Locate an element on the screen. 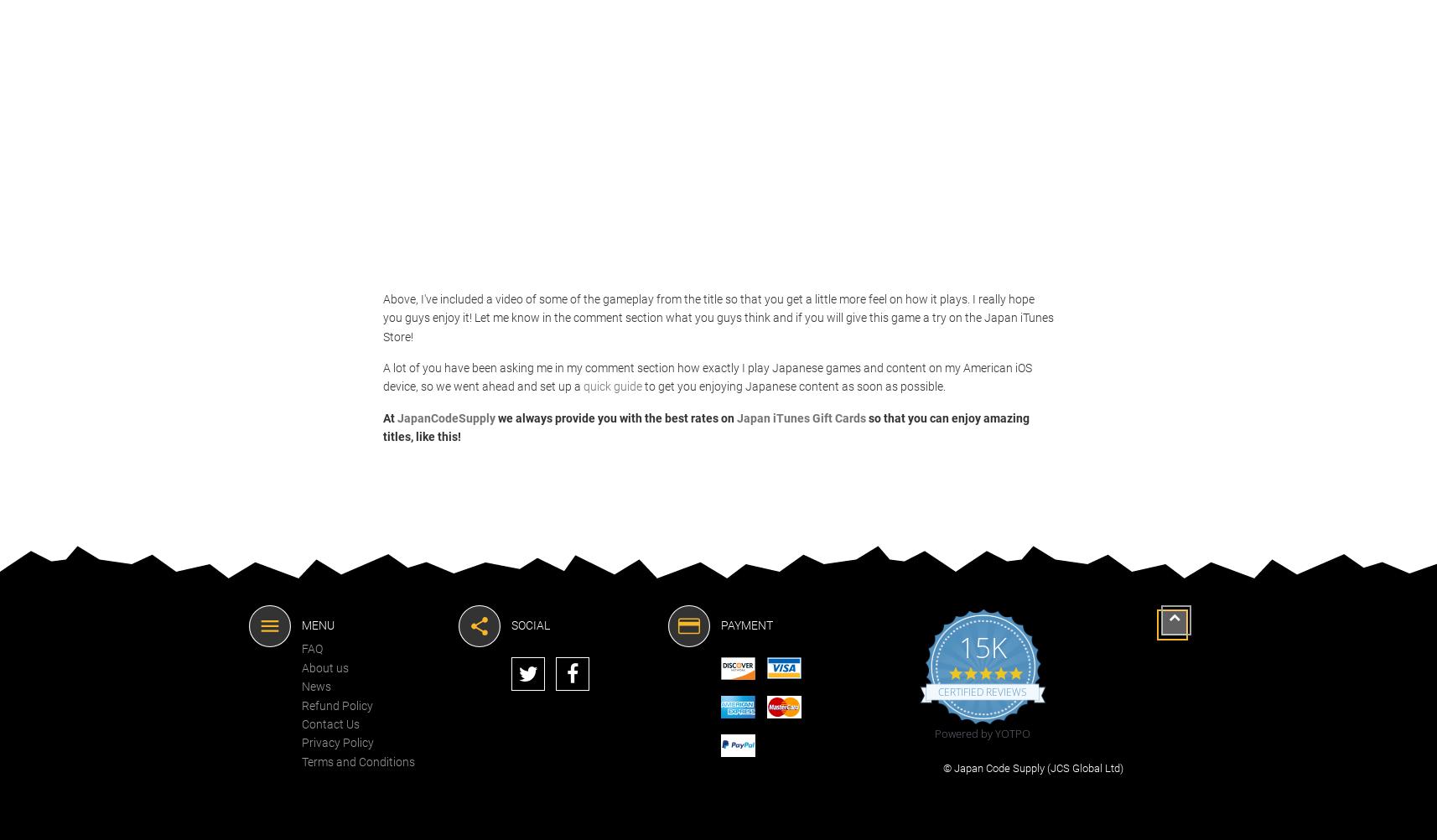 The image size is (1437, 840). 'PAYMENT' is located at coordinates (745, 624).